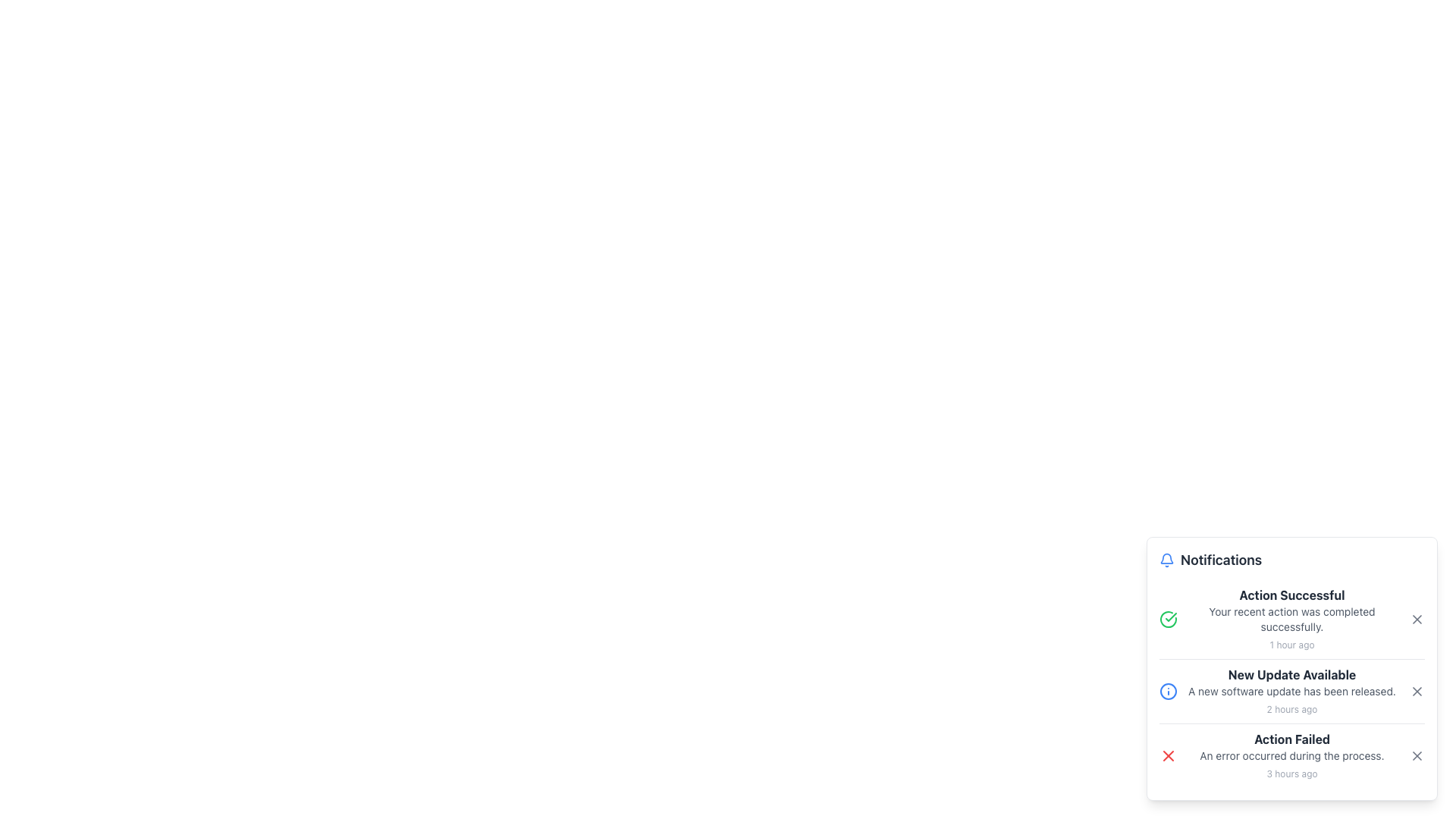 This screenshot has width=1456, height=819. Describe the element at coordinates (1167, 691) in the screenshot. I see `the icon indicating additional information for the 'New Update Available' notification, positioned to the left of the texts 'New Update Available' and 'A new software update has been released'` at that location.